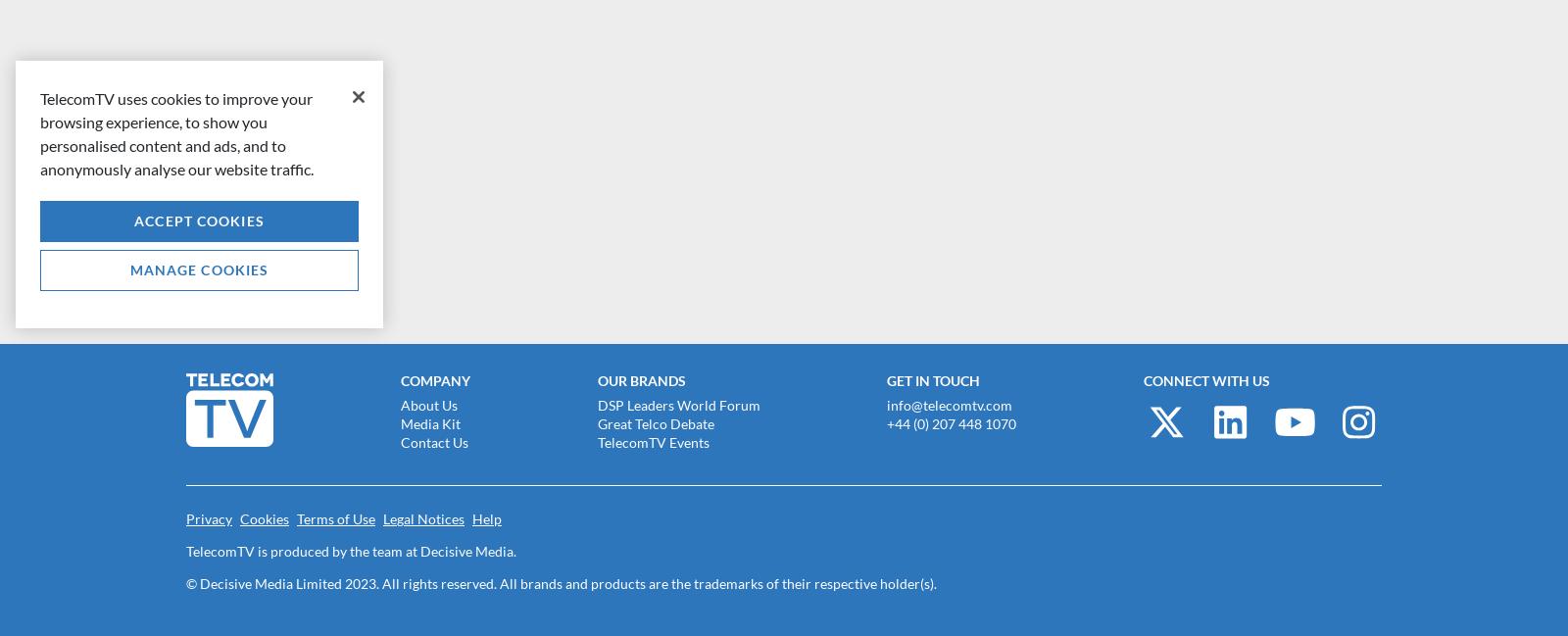 Image resolution: width=1568 pixels, height=636 pixels. What do you see at coordinates (399, 403) in the screenshot?
I see `'About Us'` at bounding box center [399, 403].